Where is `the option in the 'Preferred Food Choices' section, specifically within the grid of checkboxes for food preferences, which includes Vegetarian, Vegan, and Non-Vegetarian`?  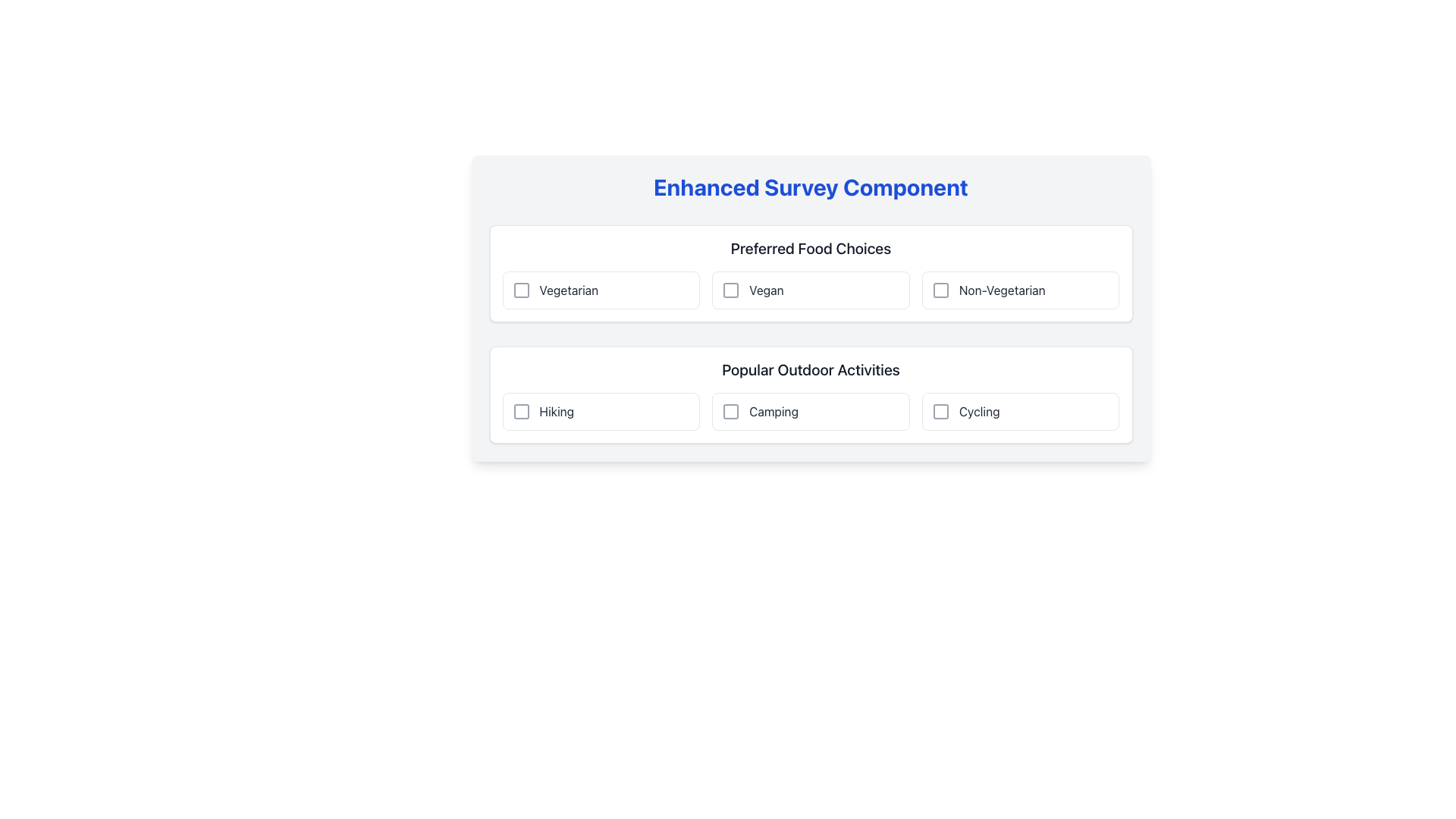 the option in the 'Preferred Food Choices' section, specifically within the grid of checkboxes for food preferences, which includes Vegetarian, Vegan, and Non-Vegetarian is located at coordinates (810, 290).